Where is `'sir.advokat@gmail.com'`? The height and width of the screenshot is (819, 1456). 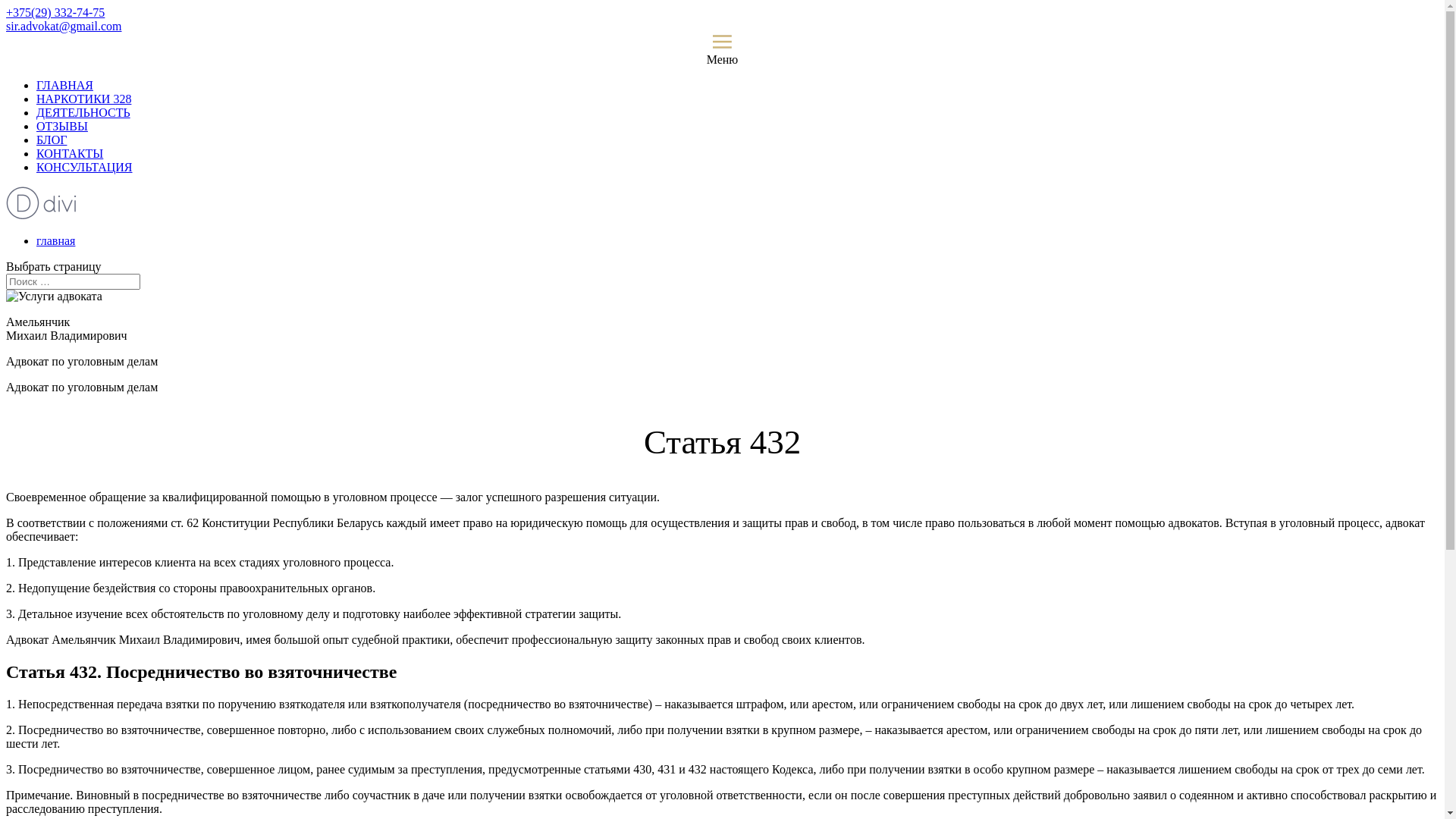 'sir.advokat@gmail.com' is located at coordinates (62, 26).